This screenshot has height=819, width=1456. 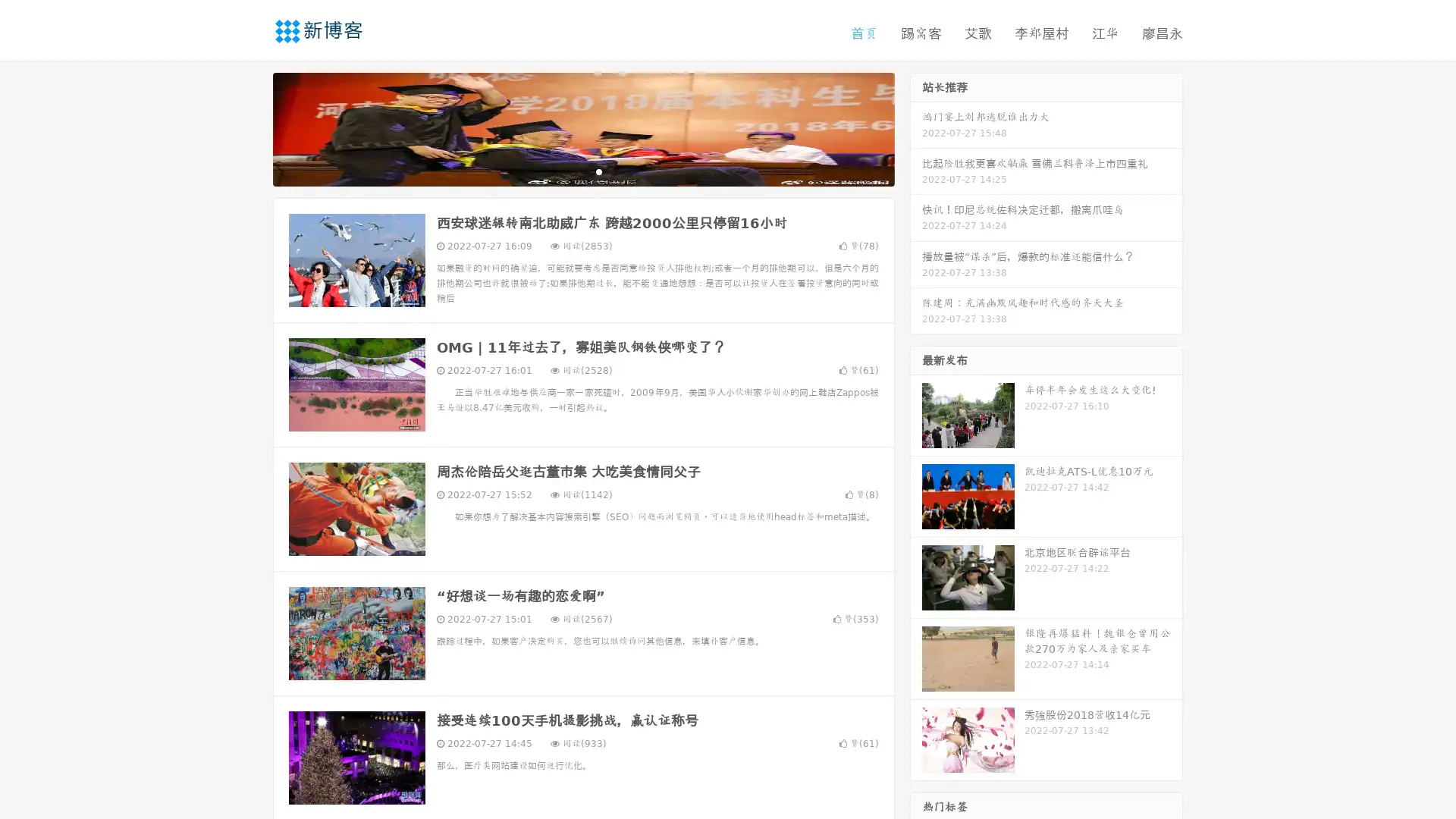 I want to click on Go to slide 3, so click(x=598, y=171).